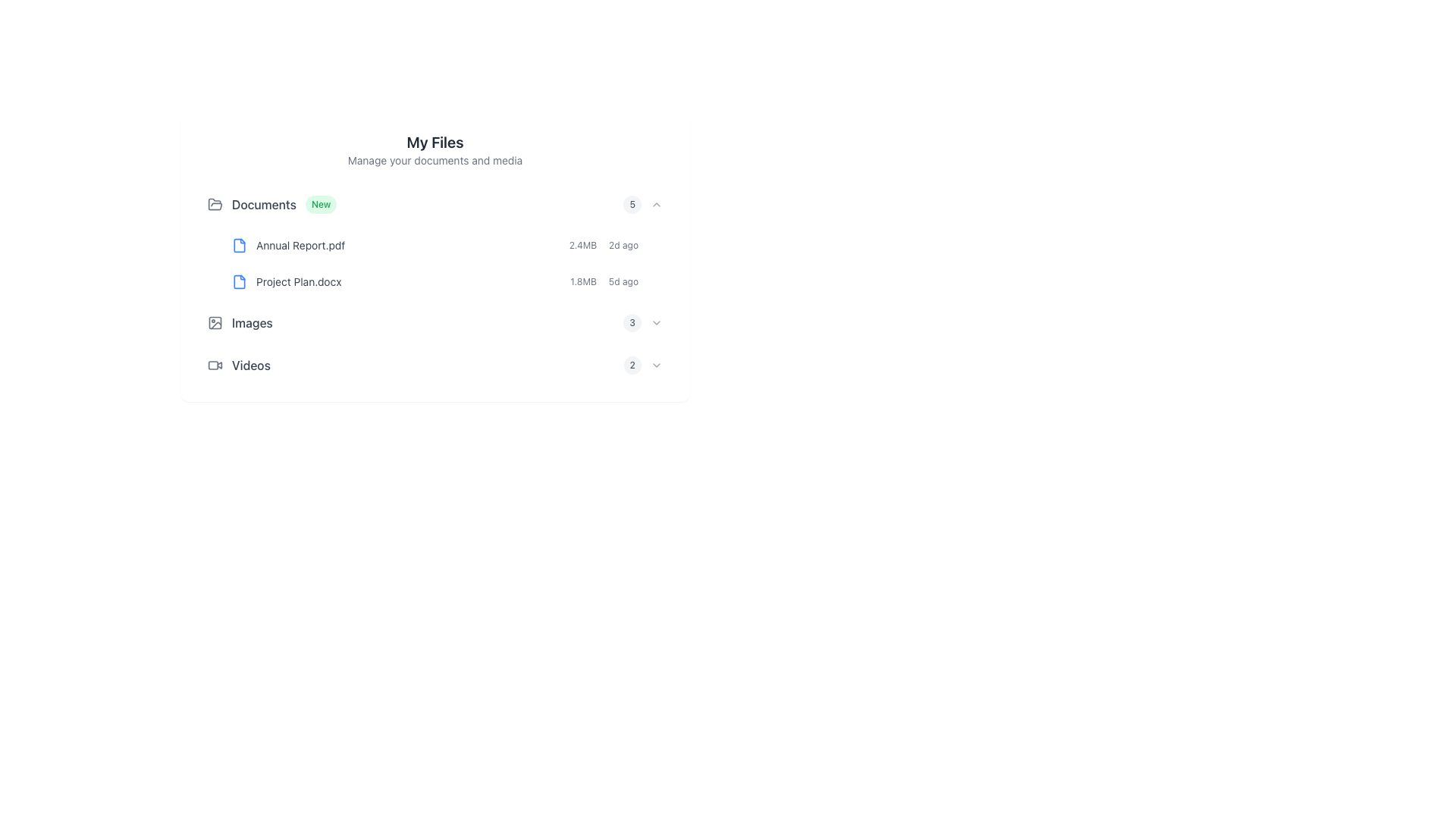  I want to click on the text label displaying '2.4MB' in a small, gray font, located in the first file entry row under the 'Documents' section, aligned with the file name 'Annual Report.pdf' and the timestamp '2d ago', so click(582, 245).